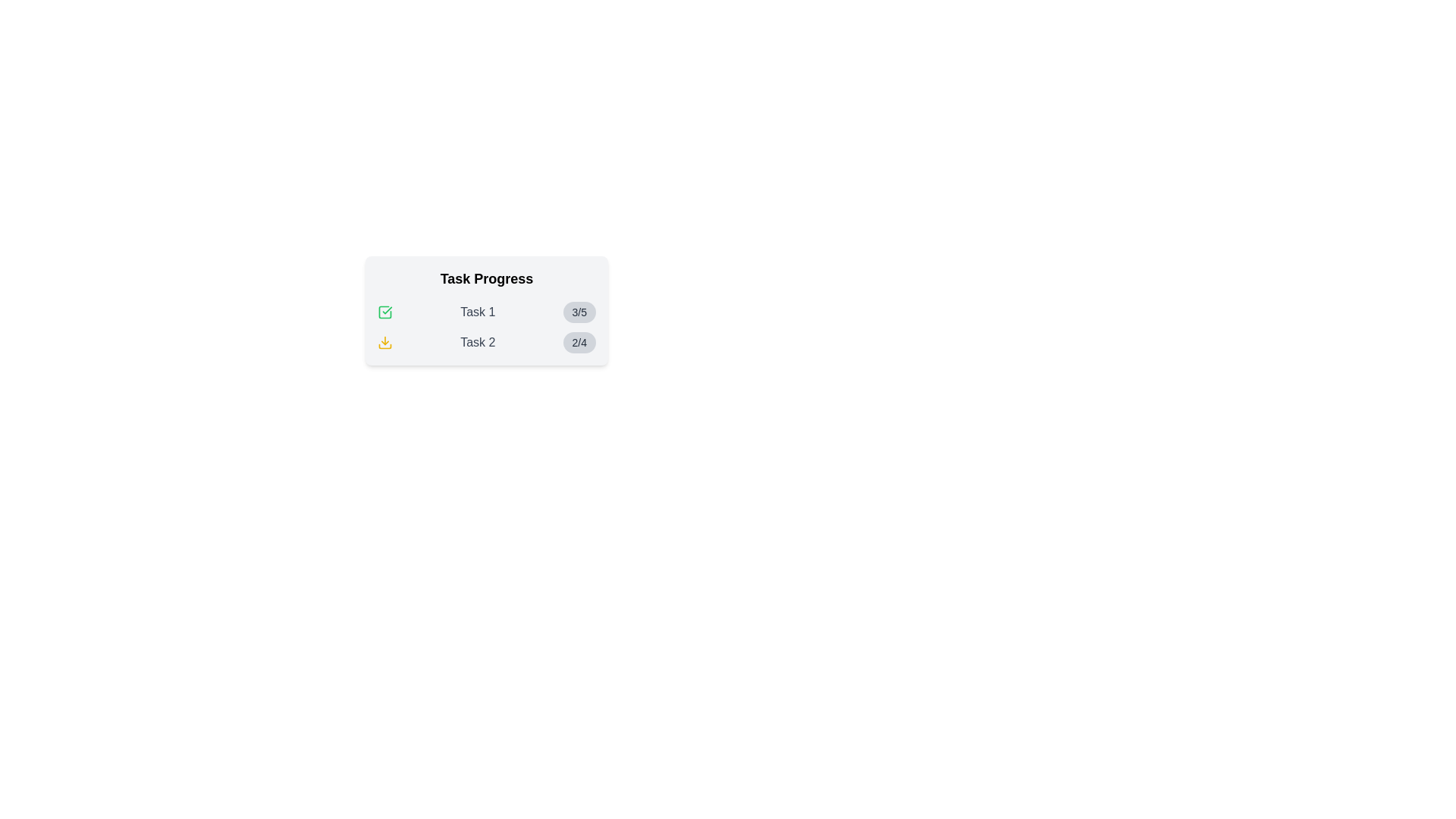 This screenshot has width=1456, height=819. What do you see at coordinates (487, 312) in the screenshot?
I see `the textual label 'Task 1' of the first list item in the vertically stacked list, which contains a green checkmark icon and a progress indicator` at bounding box center [487, 312].